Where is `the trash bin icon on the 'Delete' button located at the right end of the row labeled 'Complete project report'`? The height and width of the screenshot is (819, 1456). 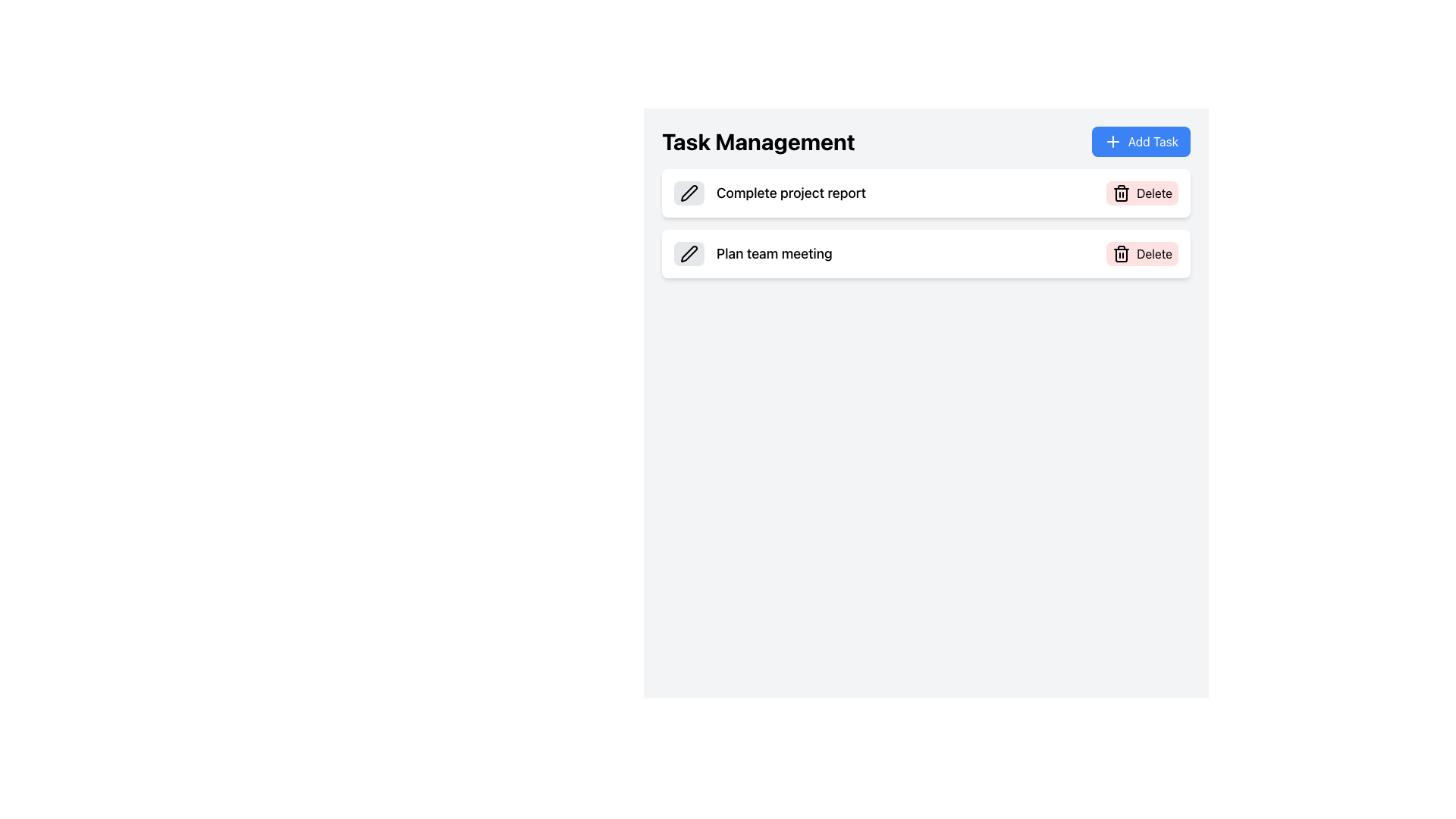
the trash bin icon on the 'Delete' button located at the right end of the row labeled 'Complete project report' is located at coordinates (1122, 192).